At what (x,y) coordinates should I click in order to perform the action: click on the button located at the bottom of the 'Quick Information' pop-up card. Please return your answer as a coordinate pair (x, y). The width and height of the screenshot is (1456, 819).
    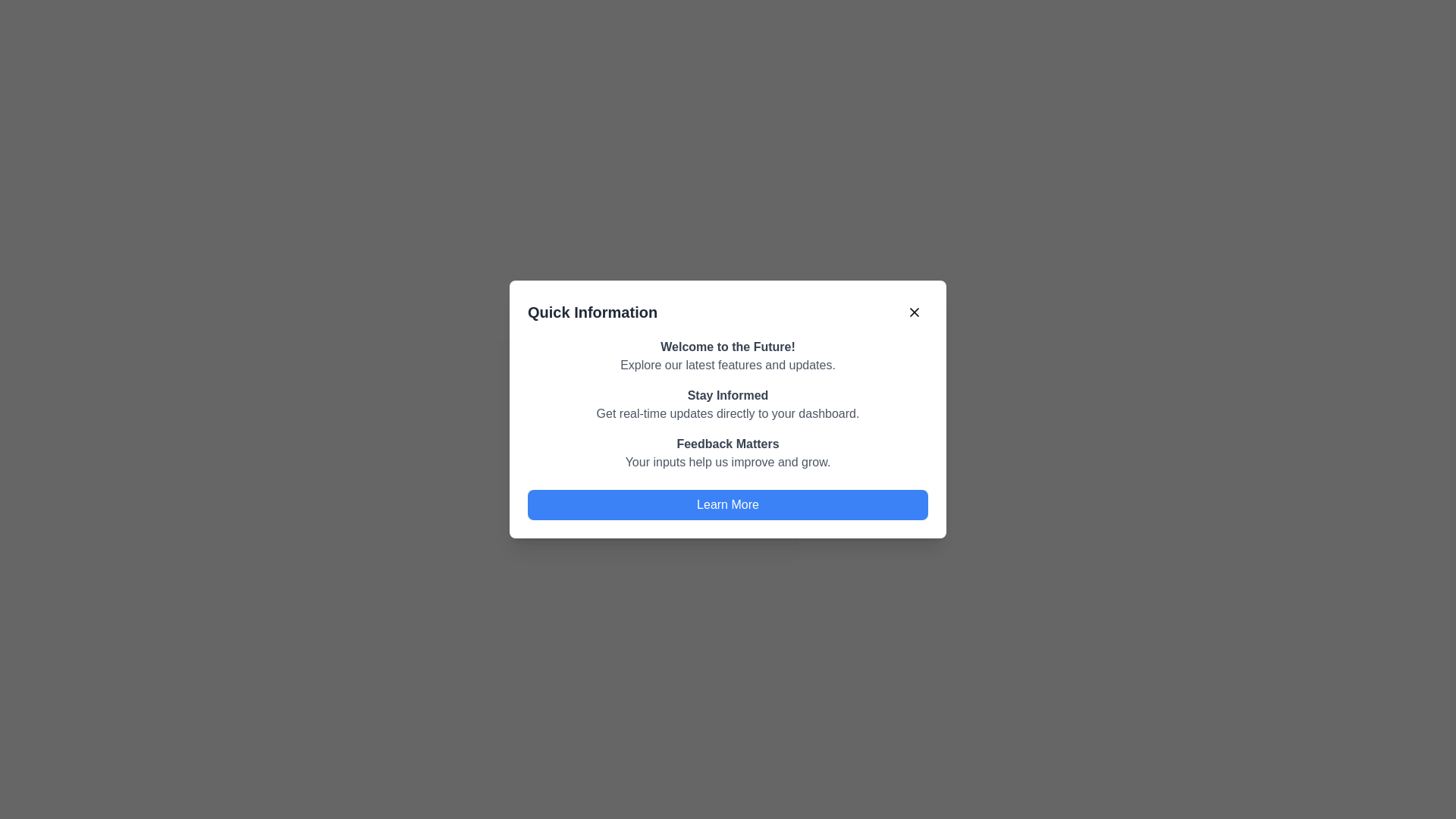
    Looking at the image, I should click on (728, 505).